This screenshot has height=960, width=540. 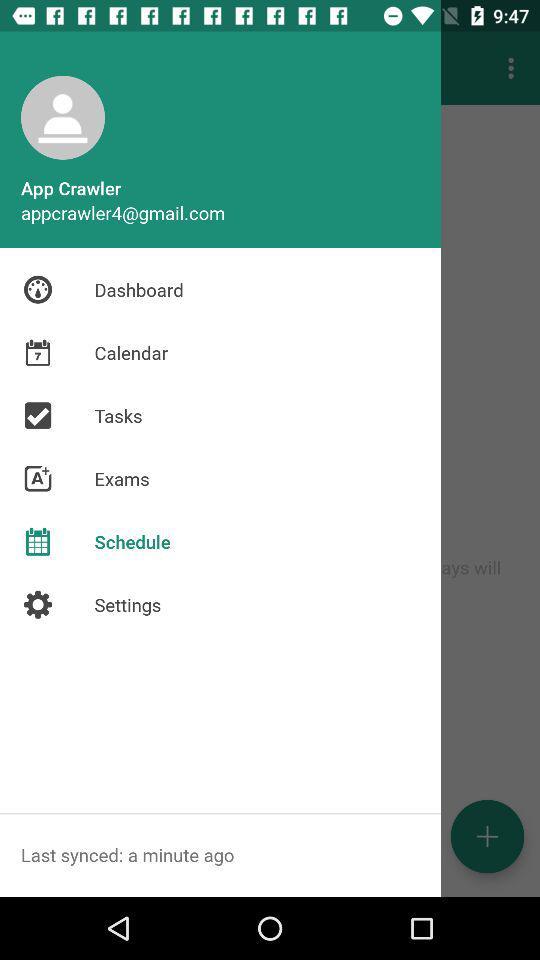 What do you see at coordinates (486, 836) in the screenshot?
I see `the add icon` at bounding box center [486, 836].